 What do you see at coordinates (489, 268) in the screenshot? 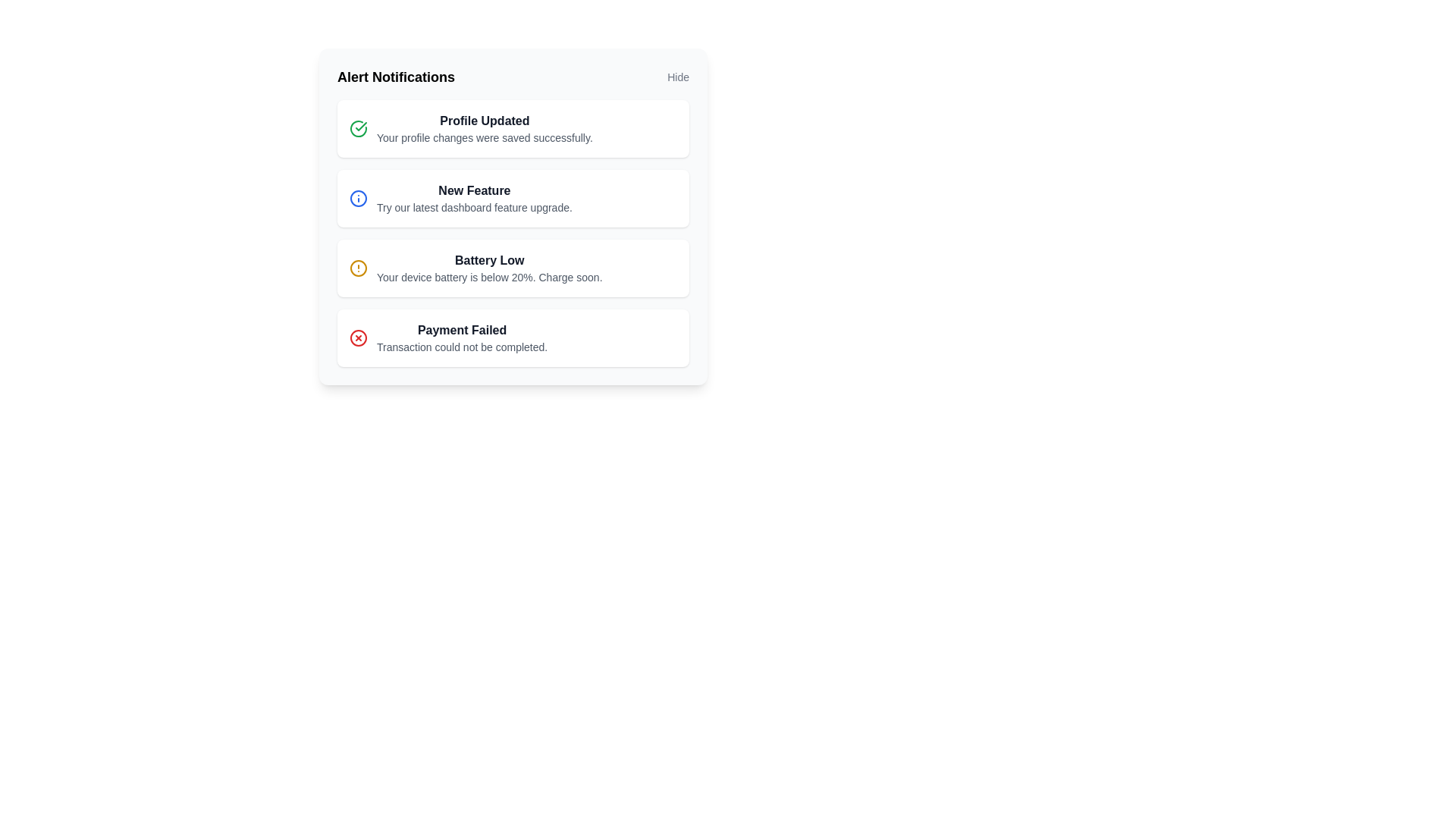
I see `the notification card titled 'Battery Low' which alerts the user about the low battery status, positioned centrally in the notification interface` at bounding box center [489, 268].